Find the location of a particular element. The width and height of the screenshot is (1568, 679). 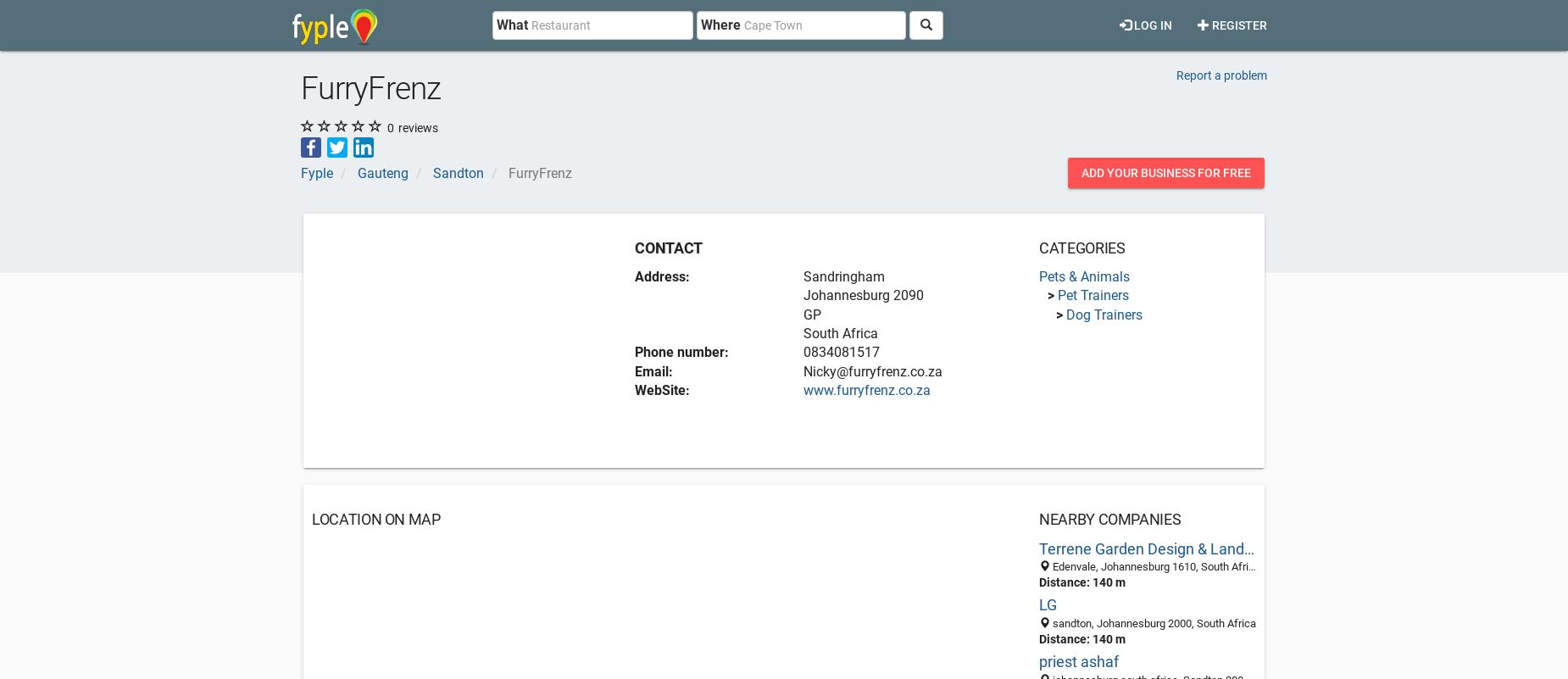

'Terrene Garden Design & Landscaping' is located at coordinates (1165, 547).